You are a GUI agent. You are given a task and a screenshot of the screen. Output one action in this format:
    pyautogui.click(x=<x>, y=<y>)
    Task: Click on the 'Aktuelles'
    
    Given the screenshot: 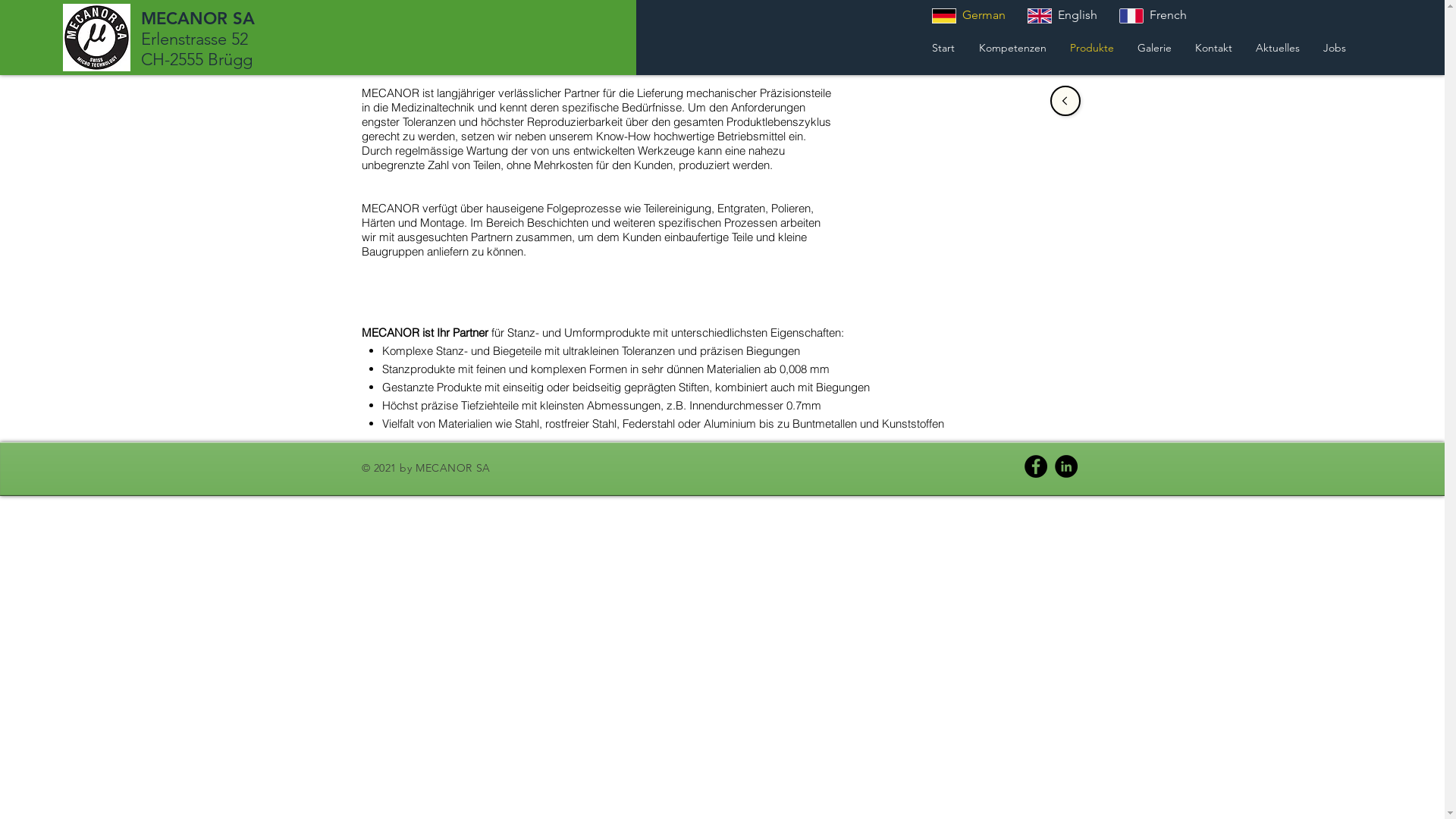 What is the action you would take?
    pyautogui.click(x=1276, y=46)
    